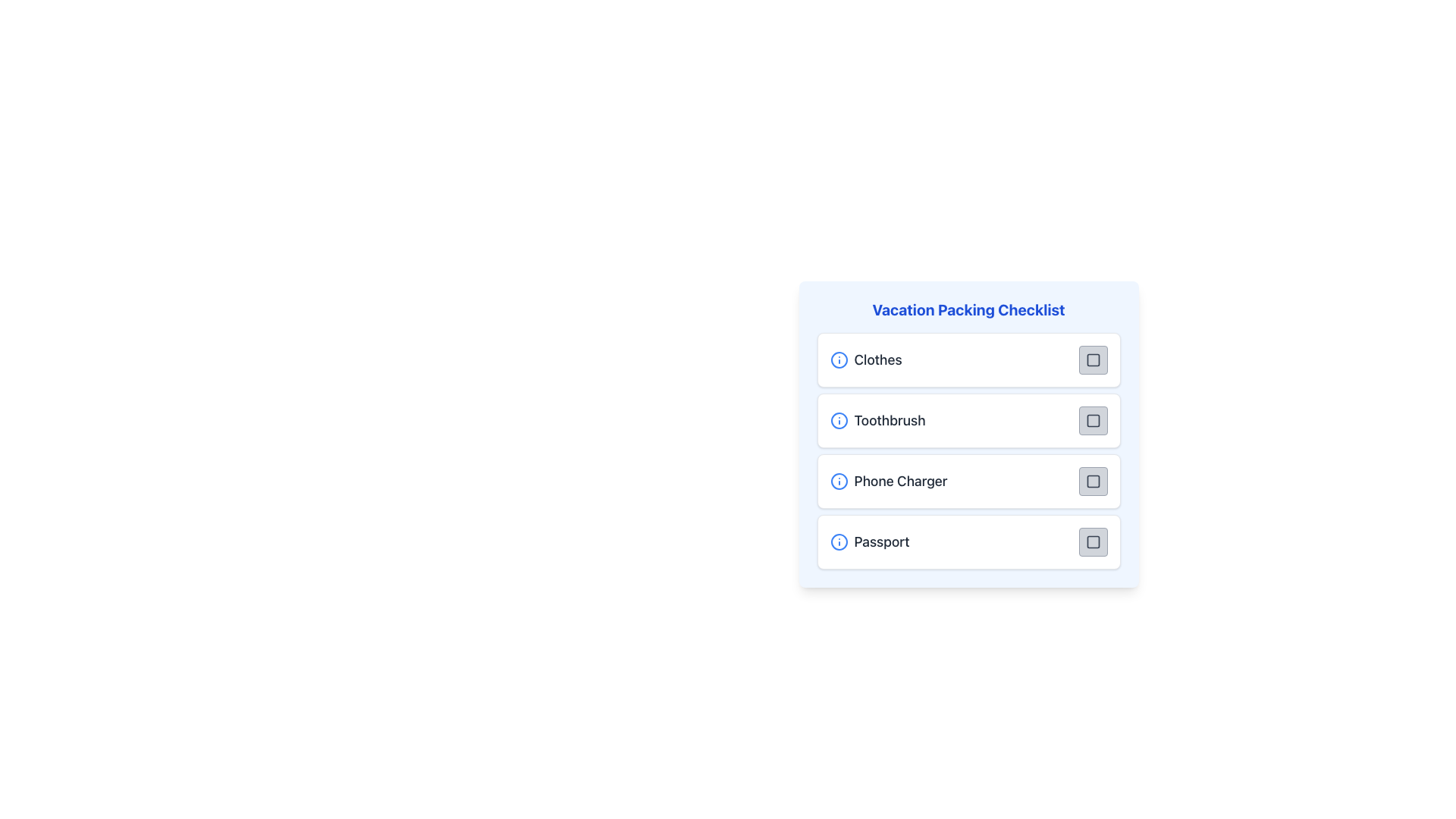 This screenshot has height=819, width=1456. I want to click on the Checkbox icon located at the far right of the 'Clothes' line in the Vacation Packing Checklist, so click(1093, 359).